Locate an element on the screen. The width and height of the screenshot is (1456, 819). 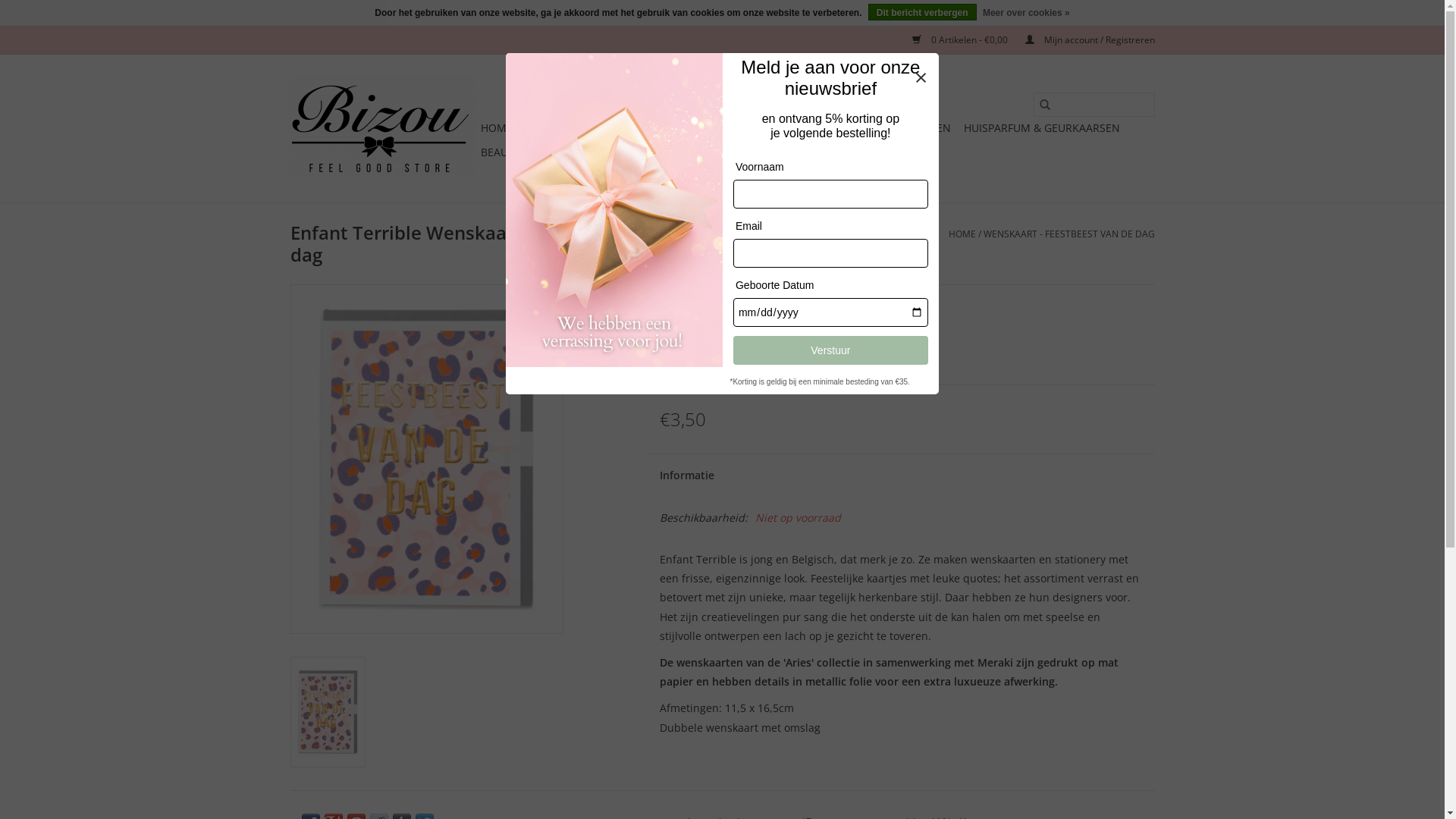
'BEAUTY' is located at coordinates (475, 152).